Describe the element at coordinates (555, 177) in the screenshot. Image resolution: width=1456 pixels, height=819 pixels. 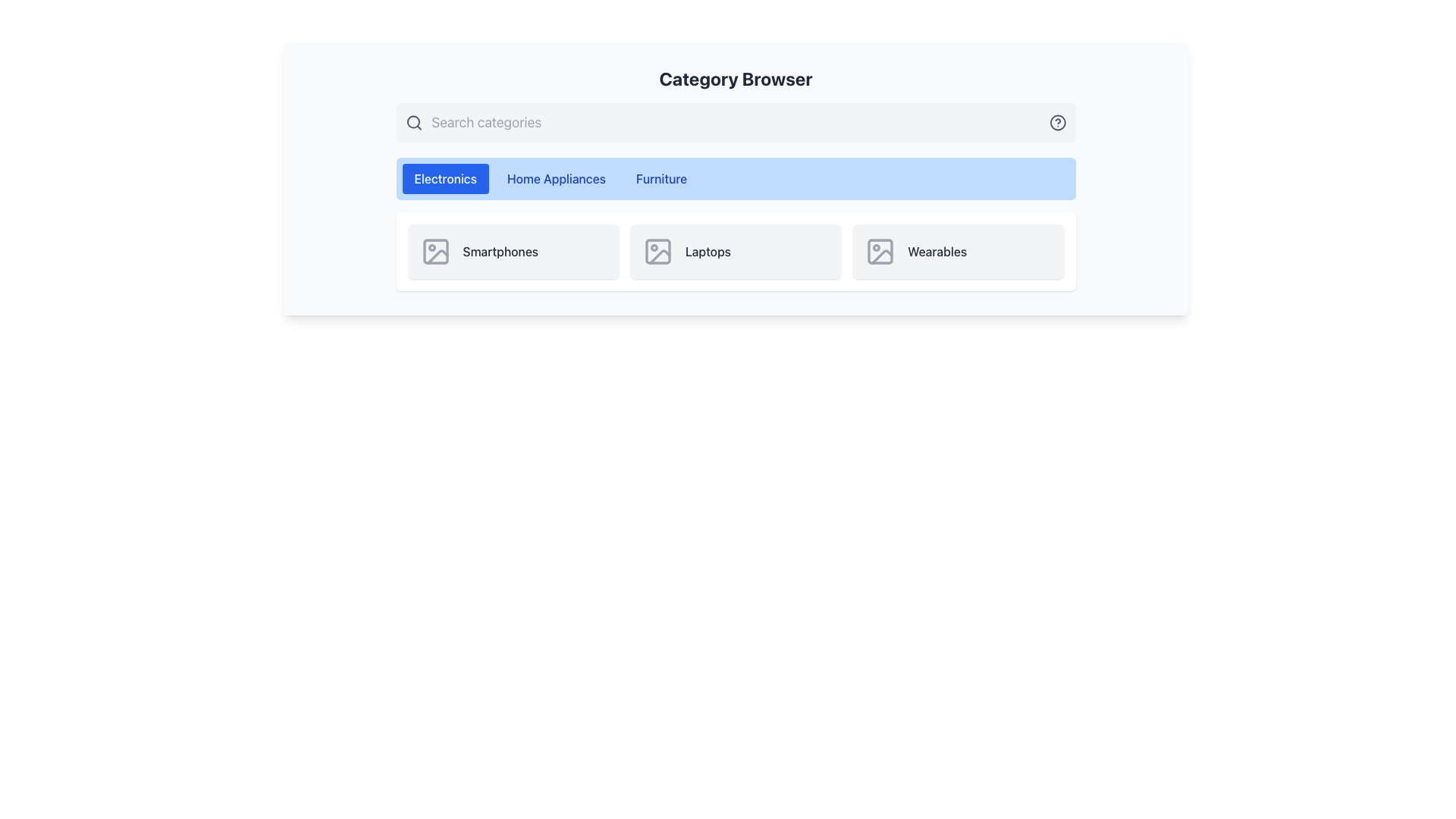
I see `the 'Home Appliances' tab button, which is styled with a blue font on a light background and is the second tab among three in the horizontal tab bar` at that location.